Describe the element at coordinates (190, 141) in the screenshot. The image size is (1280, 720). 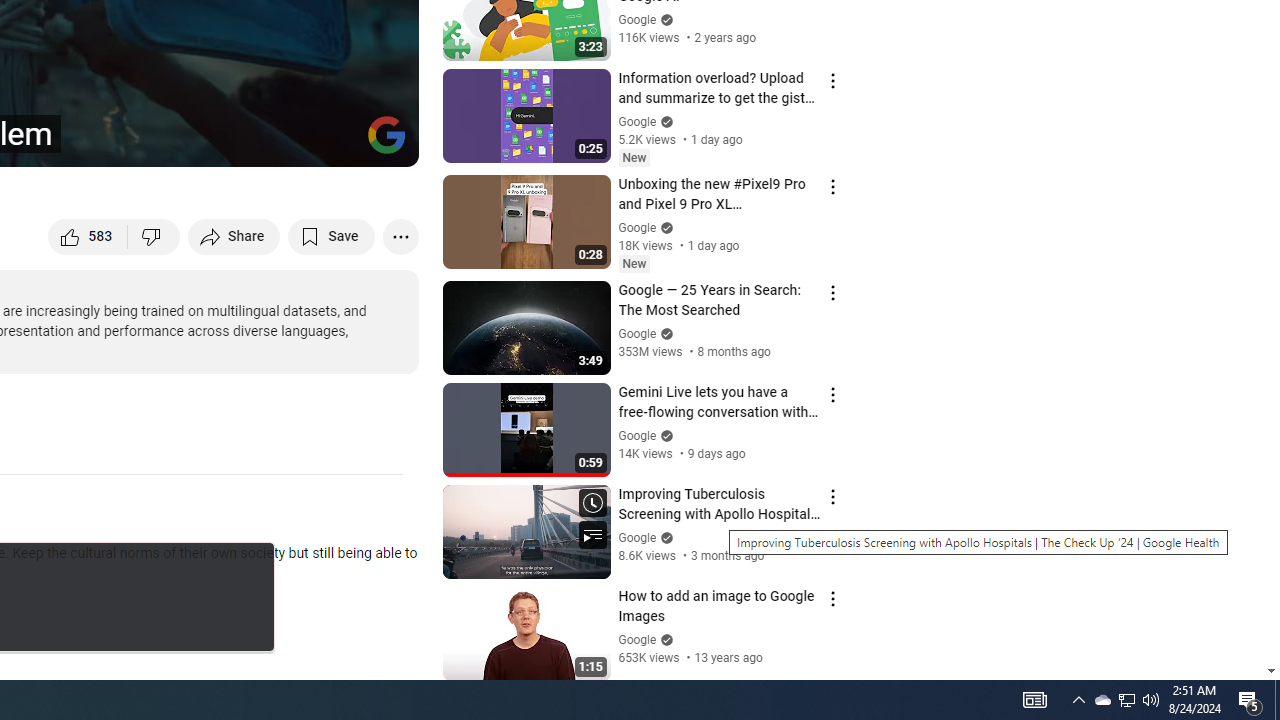
I see `'Subtitles/closed captions unavailable'` at that location.